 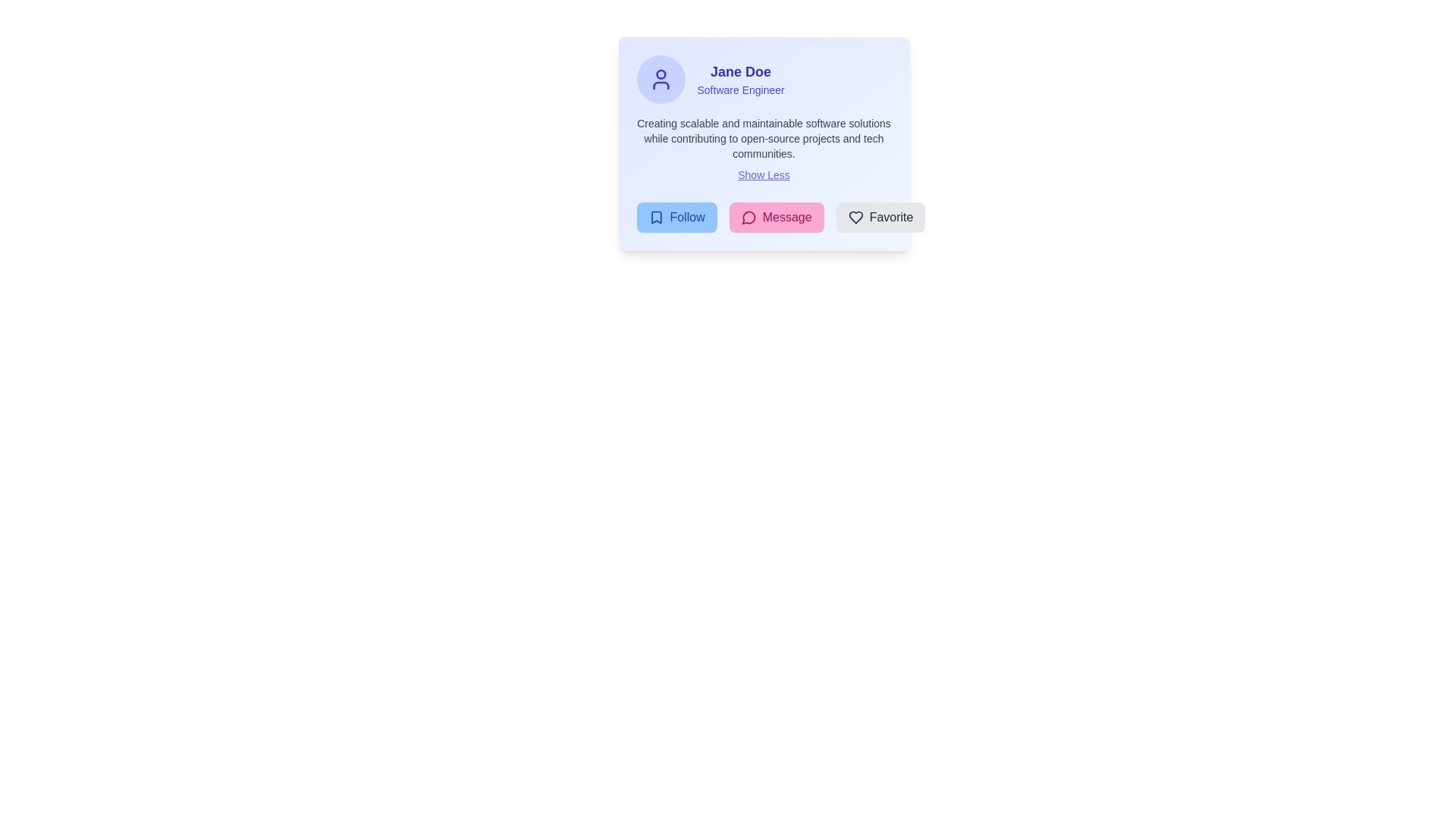 I want to click on the bookmark icon, which is part of the 'Follow' button located in the bottom-left corner of the user information card, adjacent to the text 'Follow', so click(x=656, y=217).